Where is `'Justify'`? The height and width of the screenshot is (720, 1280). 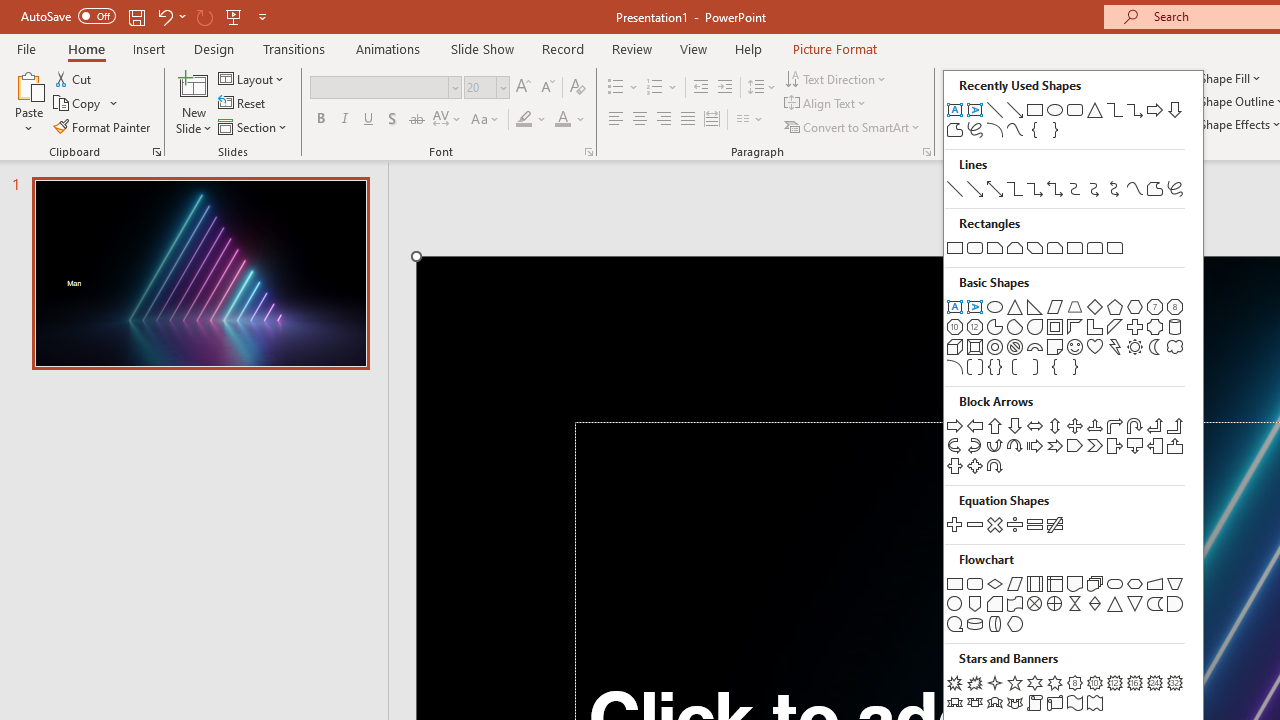 'Justify' is located at coordinates (688, 119).